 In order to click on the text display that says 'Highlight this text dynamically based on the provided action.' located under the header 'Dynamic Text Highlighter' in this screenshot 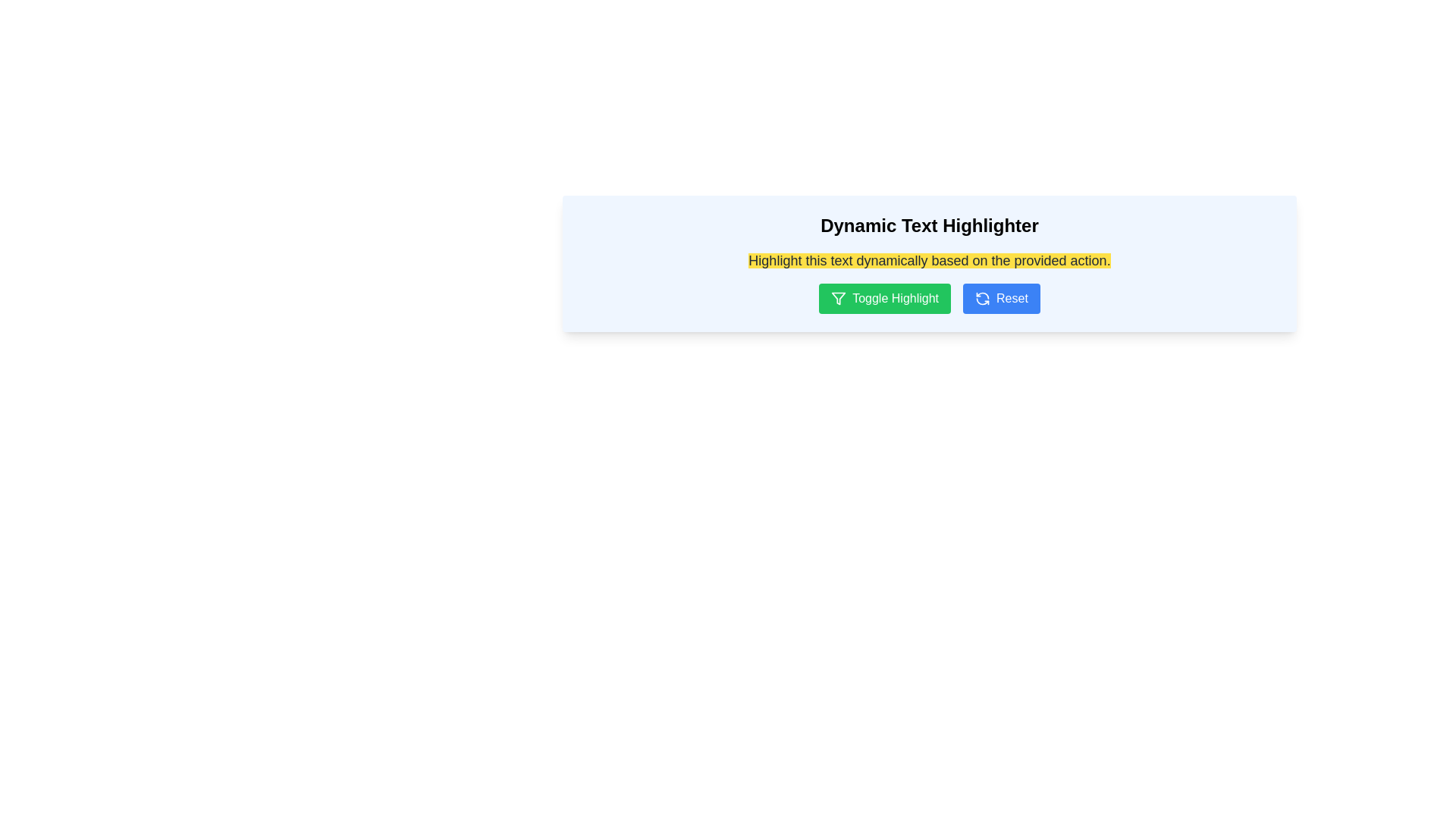, I will do `click(928, 259)`.